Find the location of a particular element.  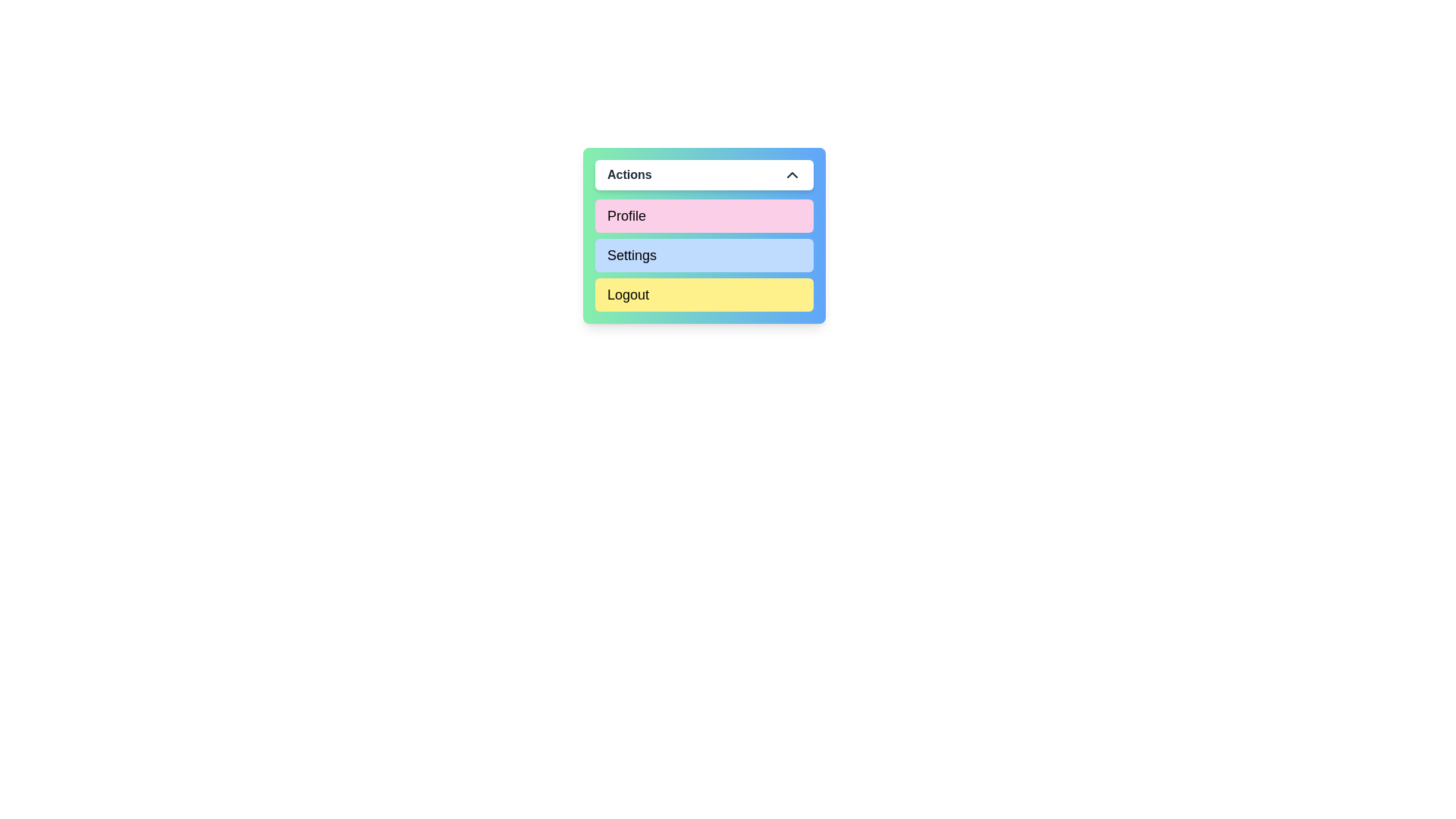

the 'Profile' button in the vertical navigation menu labeled 'Actions' is located at coordinates (704, 236).